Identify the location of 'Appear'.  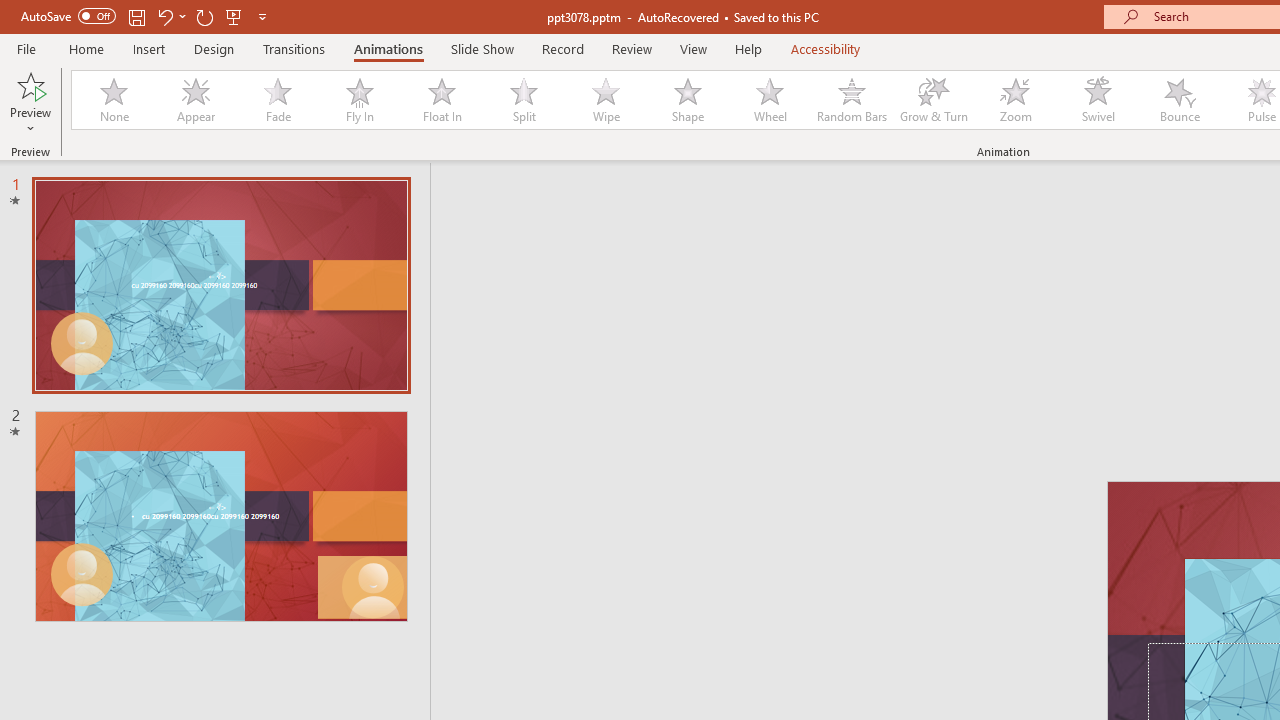
(195, 100).